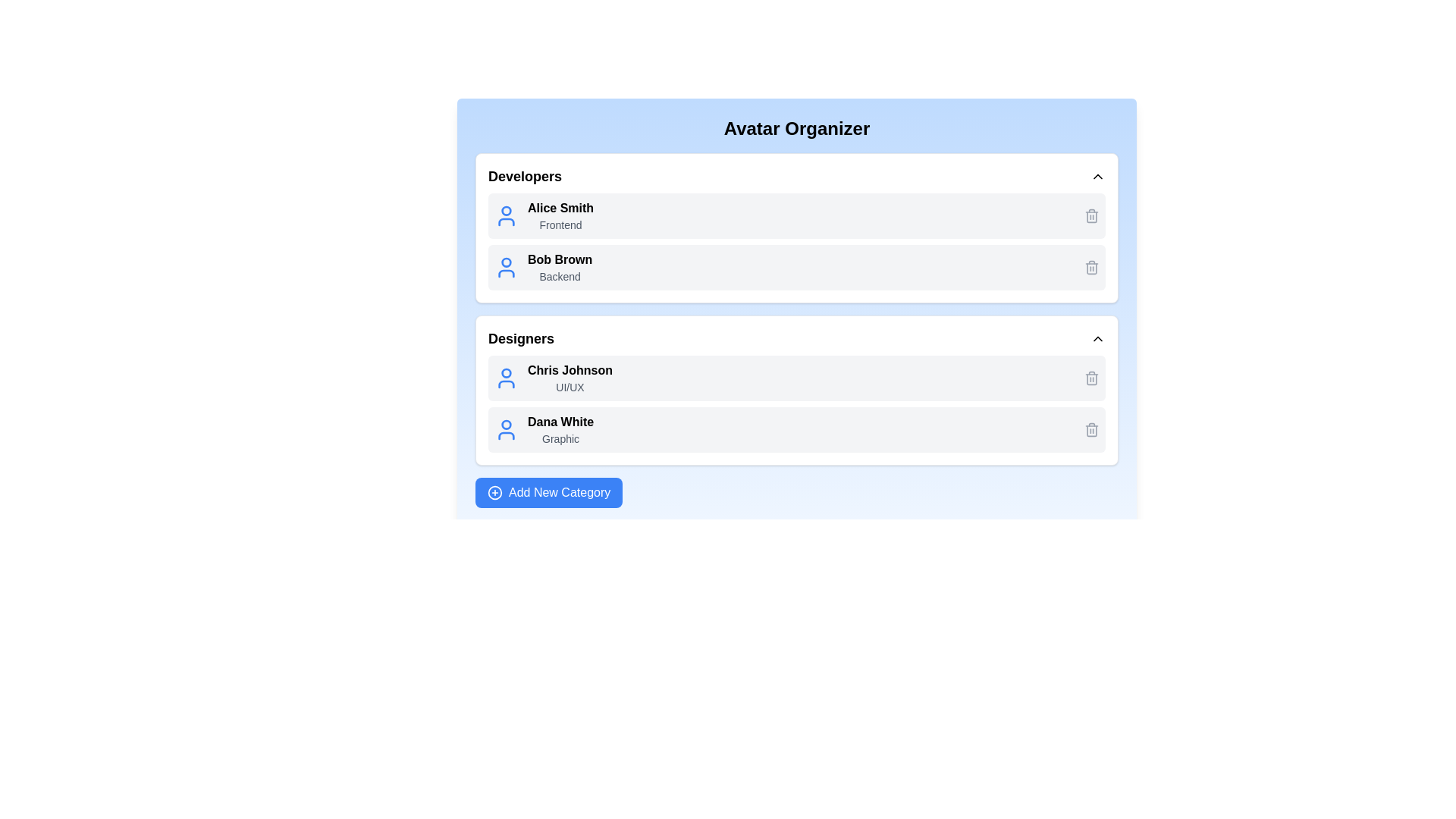  Describe the element at coordinates (494, 493) in the screenshot. I see `the surrounding area of the circular plus icon, which is part of the 'Add New Category' button located at the bottom-left corner of the layout` at that location.